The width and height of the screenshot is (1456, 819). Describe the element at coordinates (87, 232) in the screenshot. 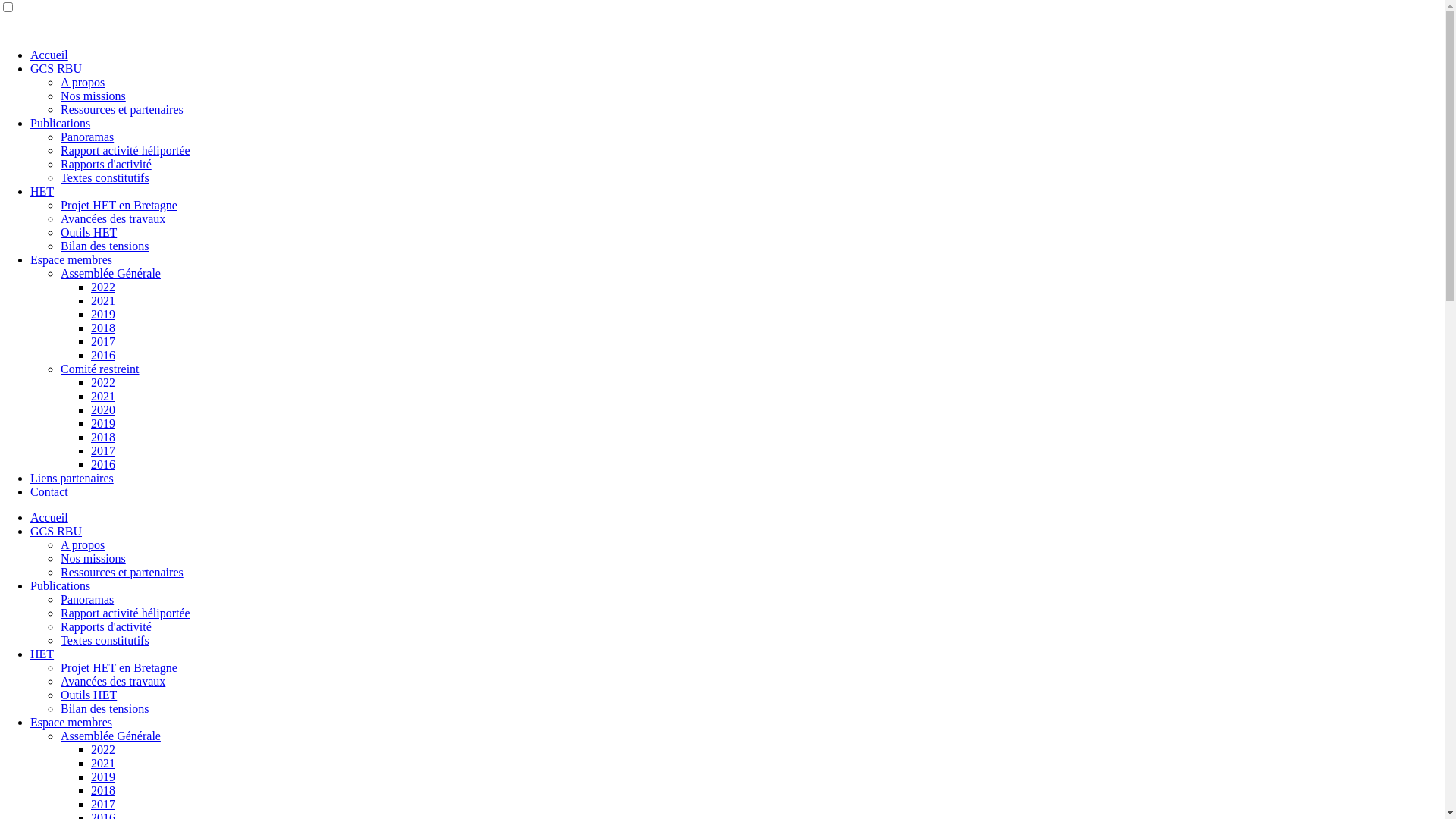

I see `'Outils HET'` at that location.